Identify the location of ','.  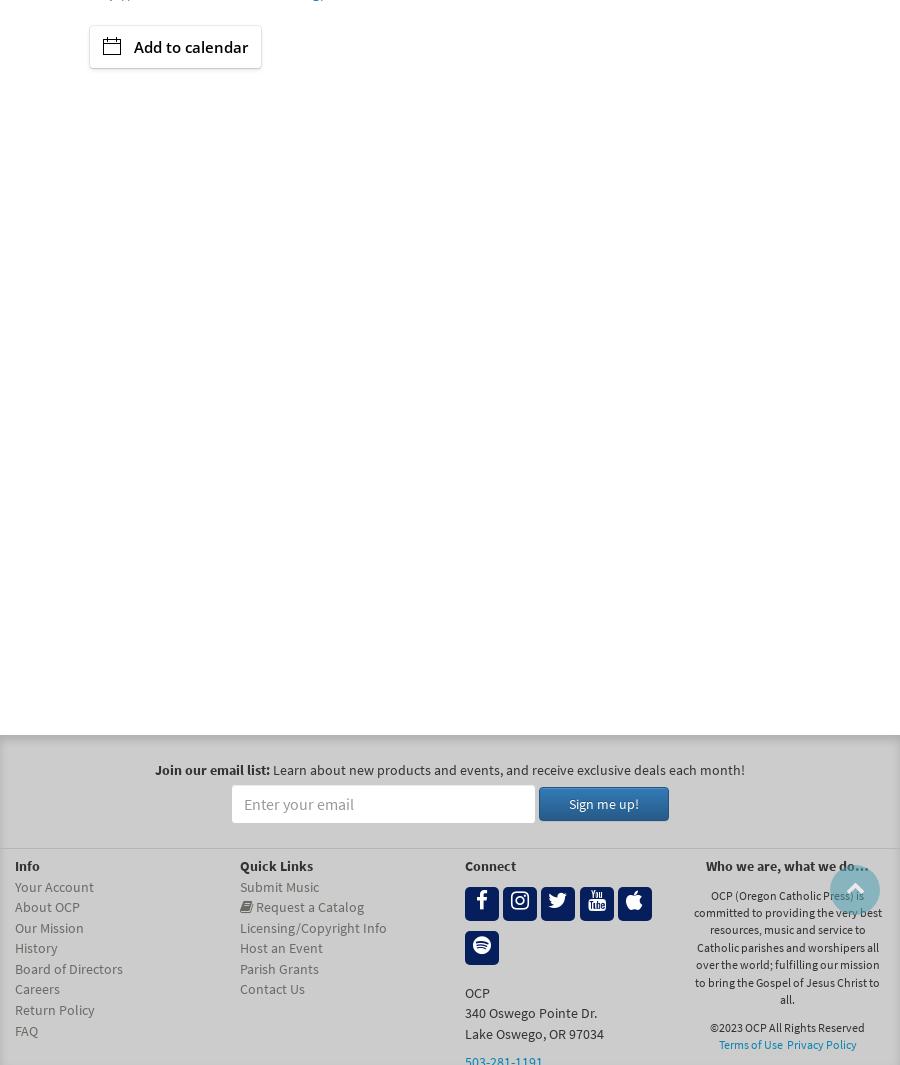
(541, 1033).